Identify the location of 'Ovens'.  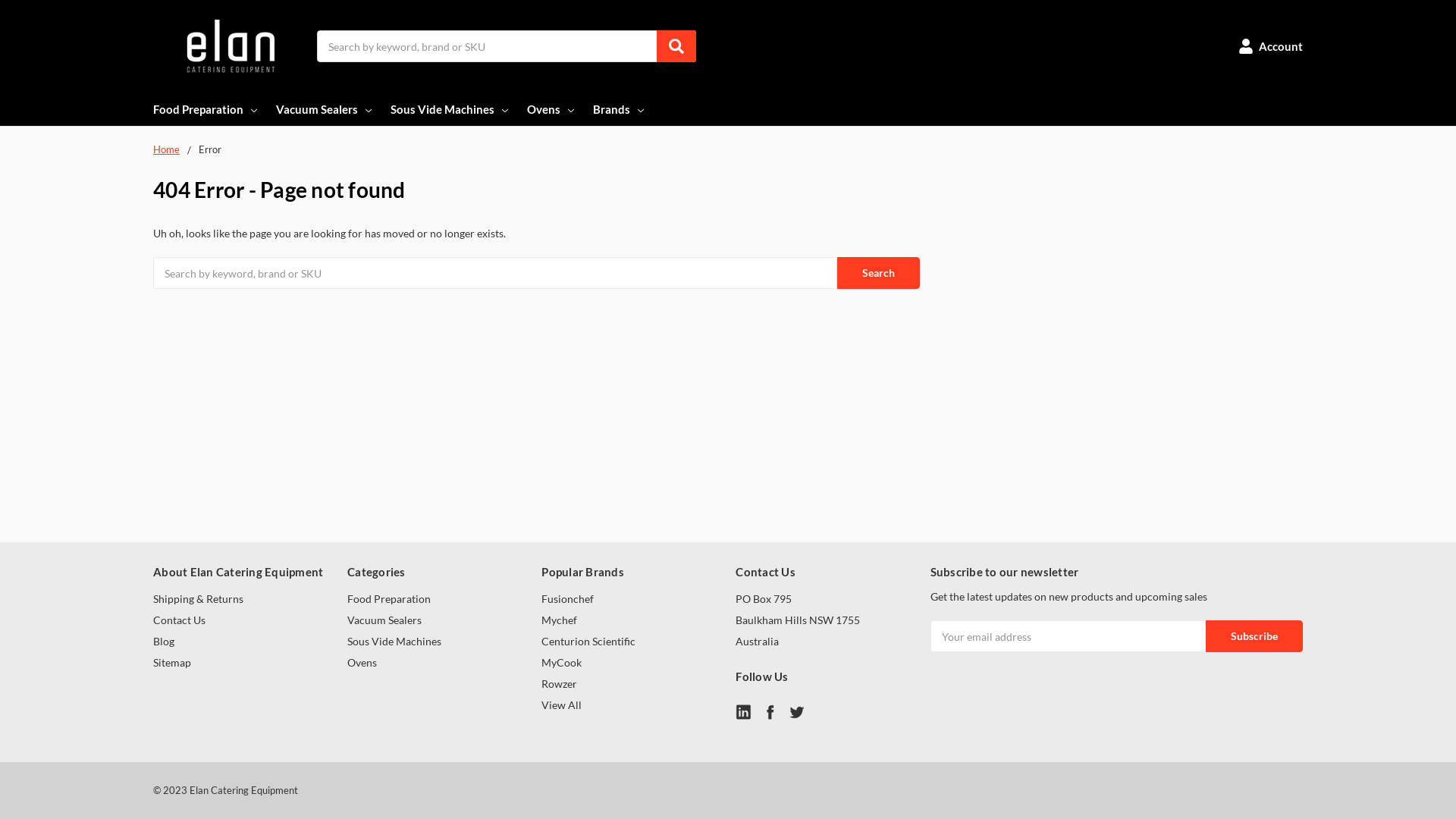
(361, 661).